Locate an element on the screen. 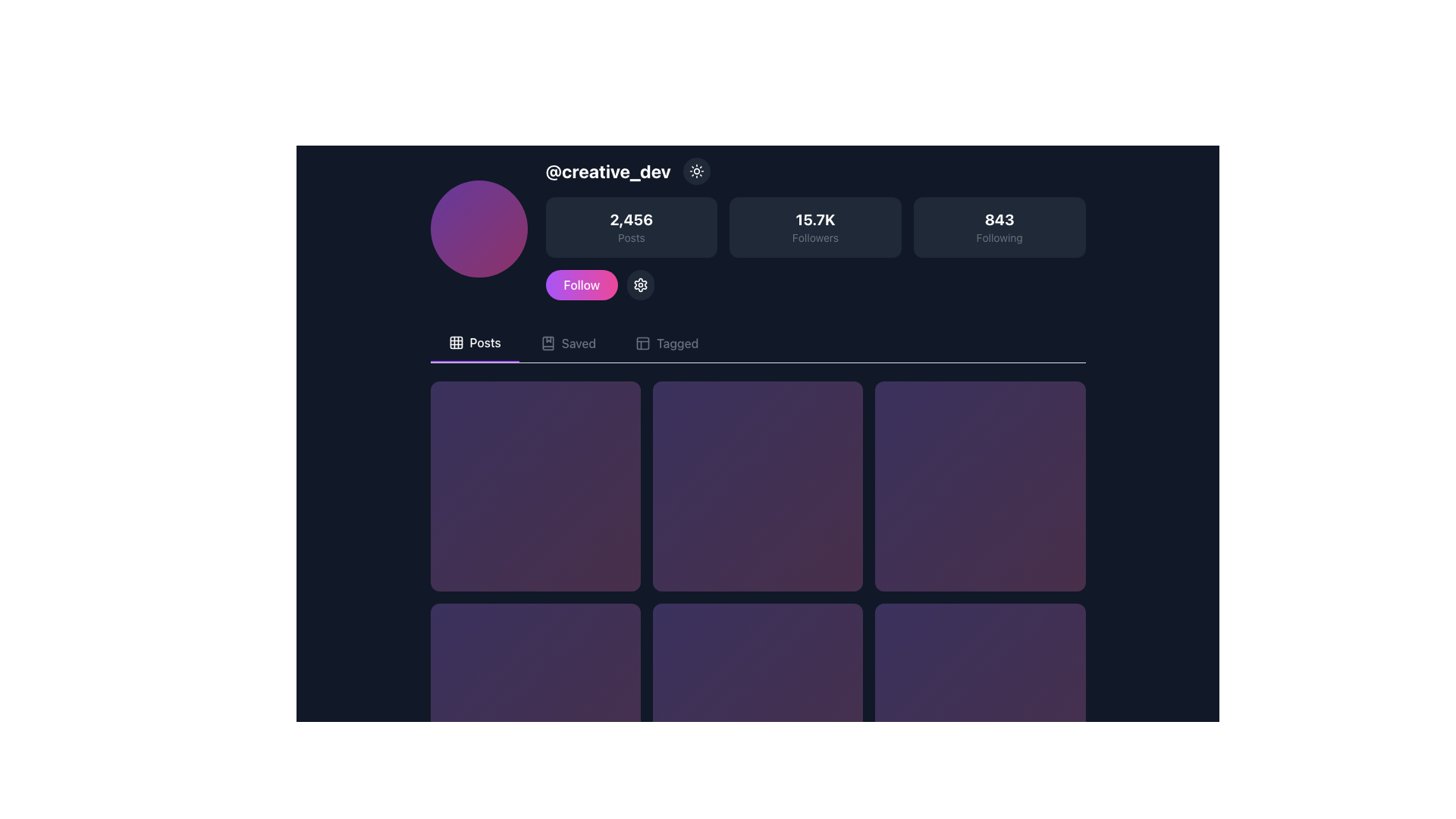  the SVG icon with a grid-like design that represents a panel layout, positioned to the left of the 'tagged' label in the navigational section is located at coordinates (643, 343).